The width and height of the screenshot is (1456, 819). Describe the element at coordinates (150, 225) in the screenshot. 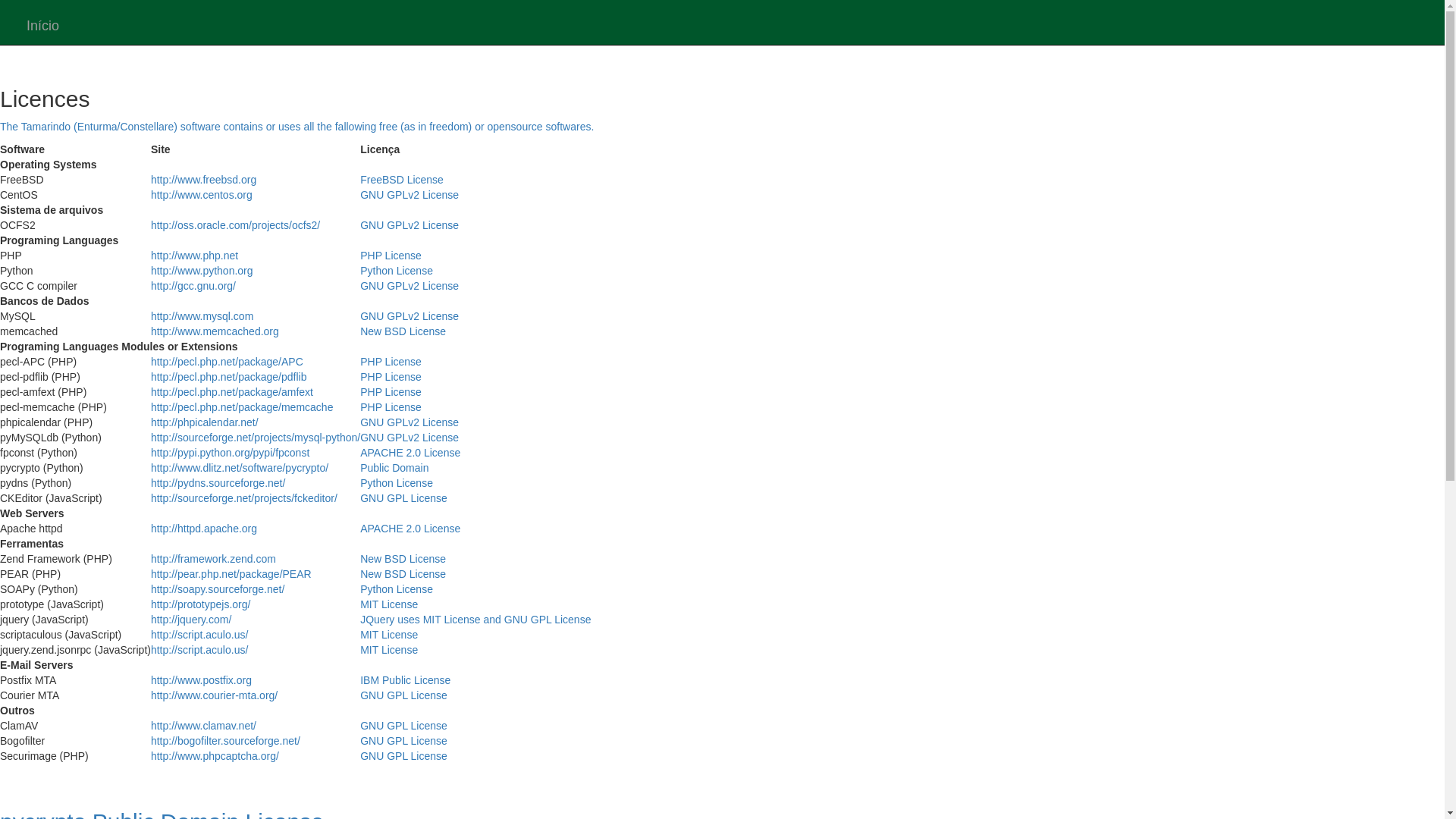

I see `'http://oss.oracle.com/projects/ocfs2/'` at that location.